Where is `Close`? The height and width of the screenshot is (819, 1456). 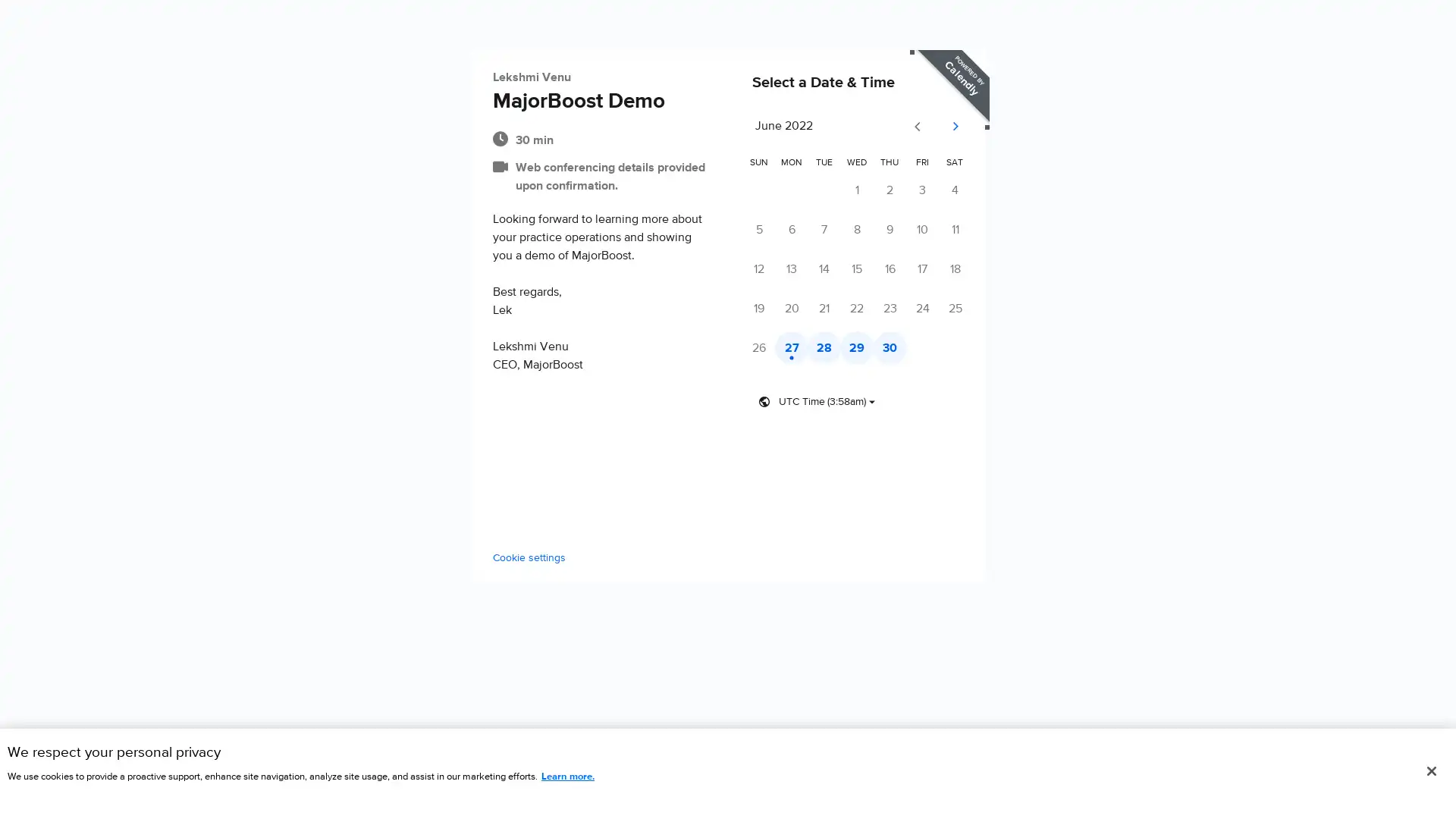
Close is located at coordinates (1430, 771).